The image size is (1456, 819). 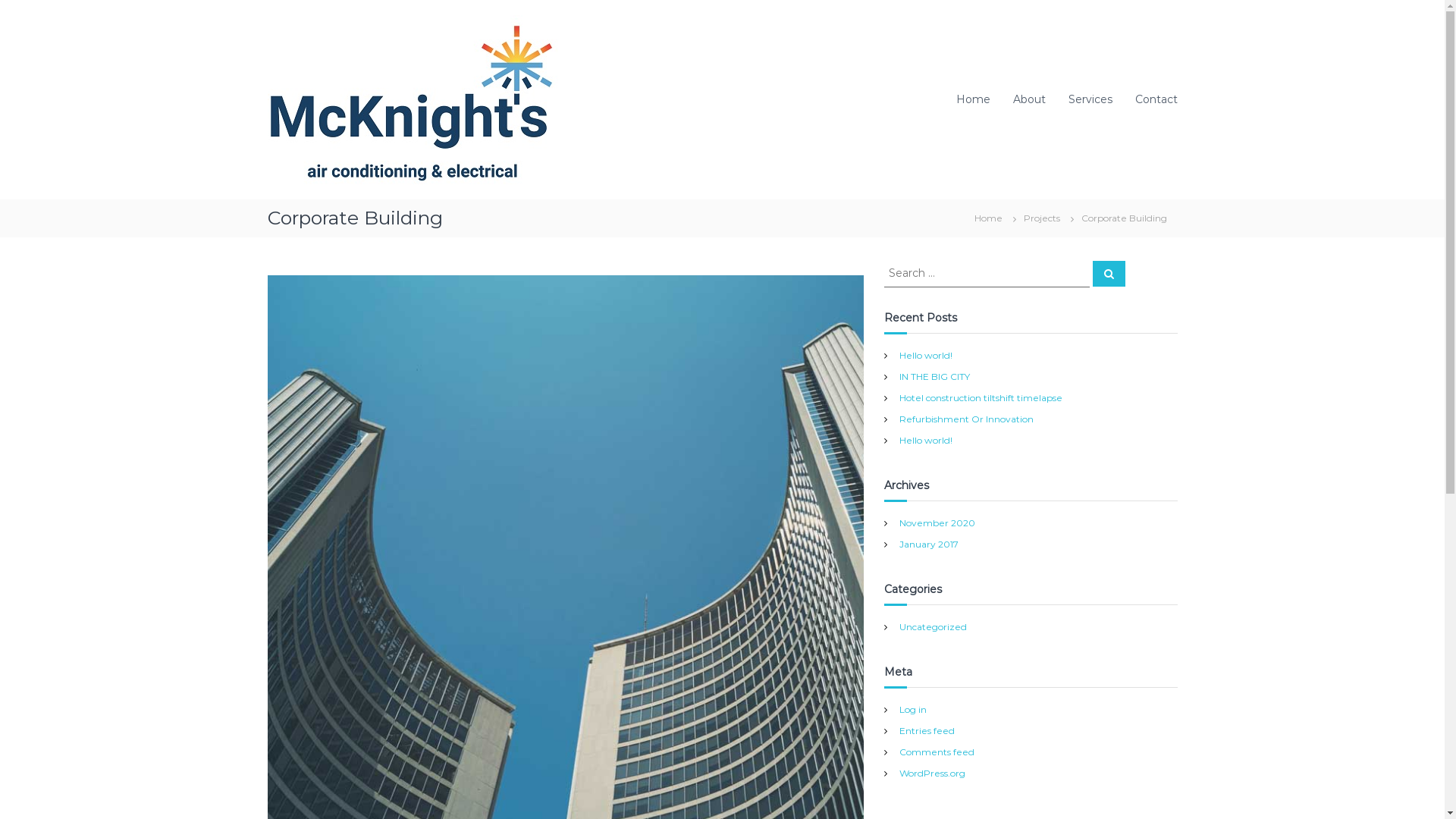 What do you see at coordinates (912, 709) in the screenshot?
I see `'Log in'` at bounding box center [912, 709].